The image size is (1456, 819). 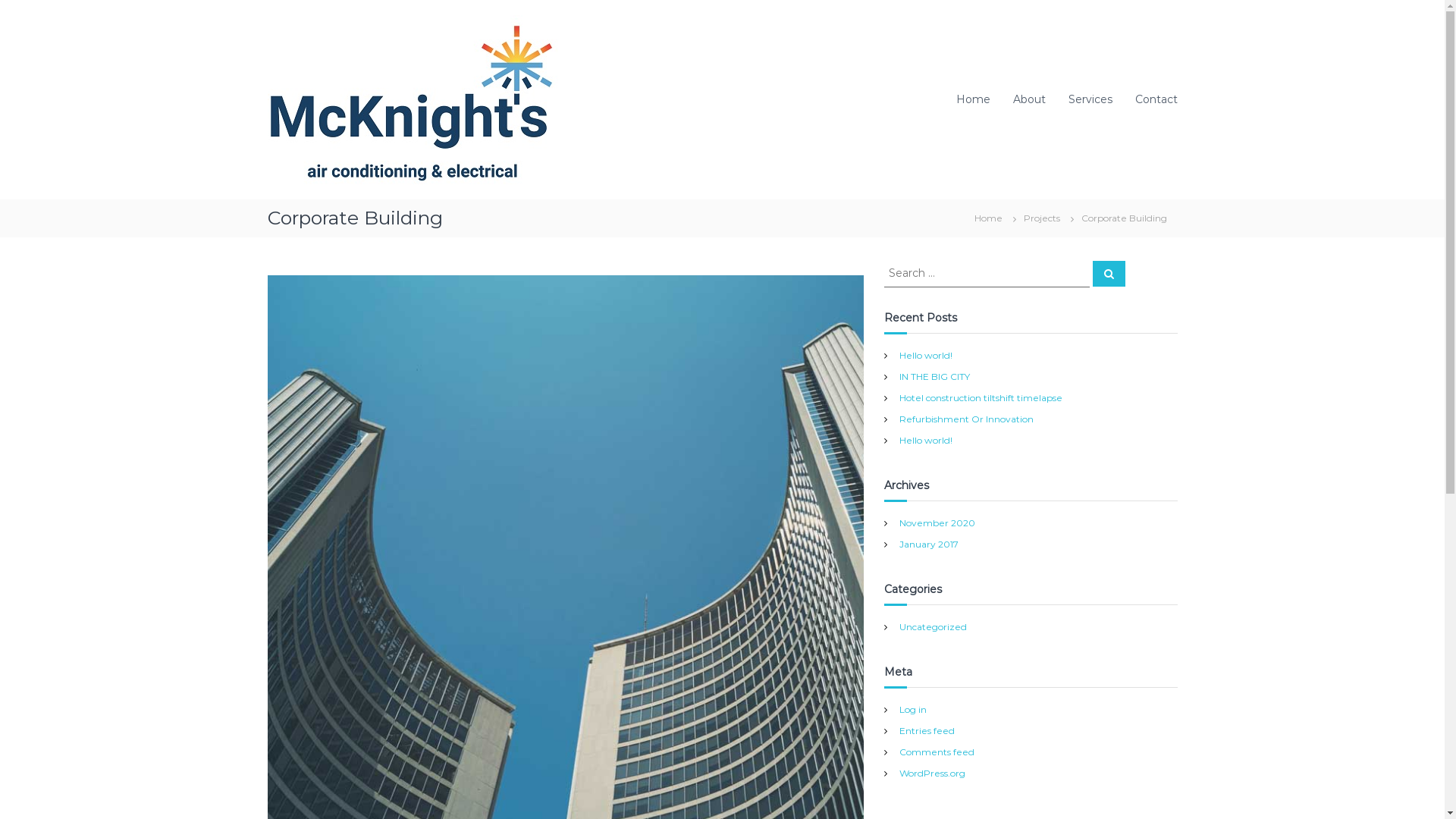 What do you see at coordinates (912, 709) in the screenshot?
I see `'Log in'` at bounding box center [912, 709].